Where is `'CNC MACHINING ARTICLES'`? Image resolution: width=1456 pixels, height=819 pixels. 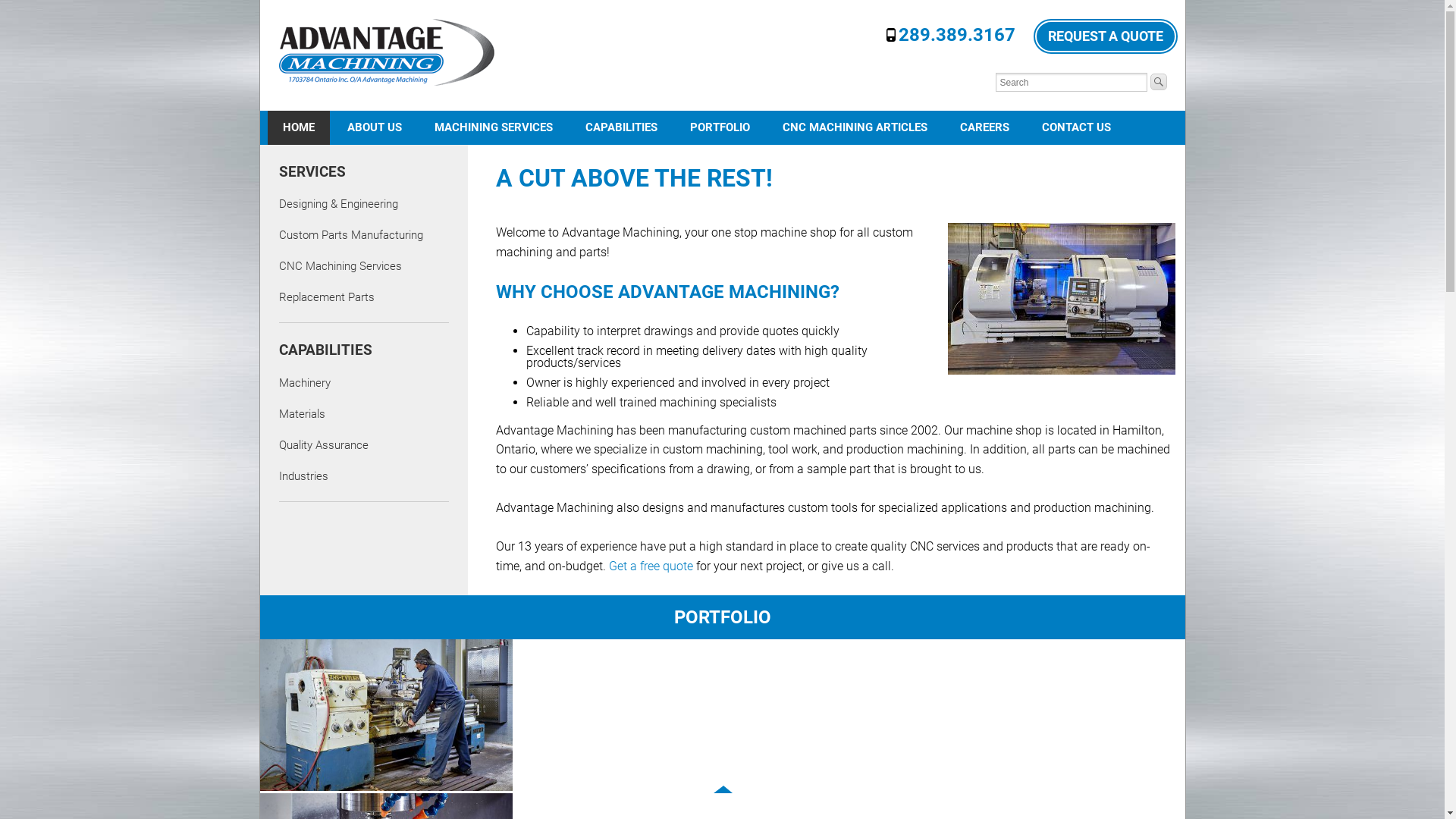 'CNC MACHINING ARTICLES' is located at coordinates (855, 127).